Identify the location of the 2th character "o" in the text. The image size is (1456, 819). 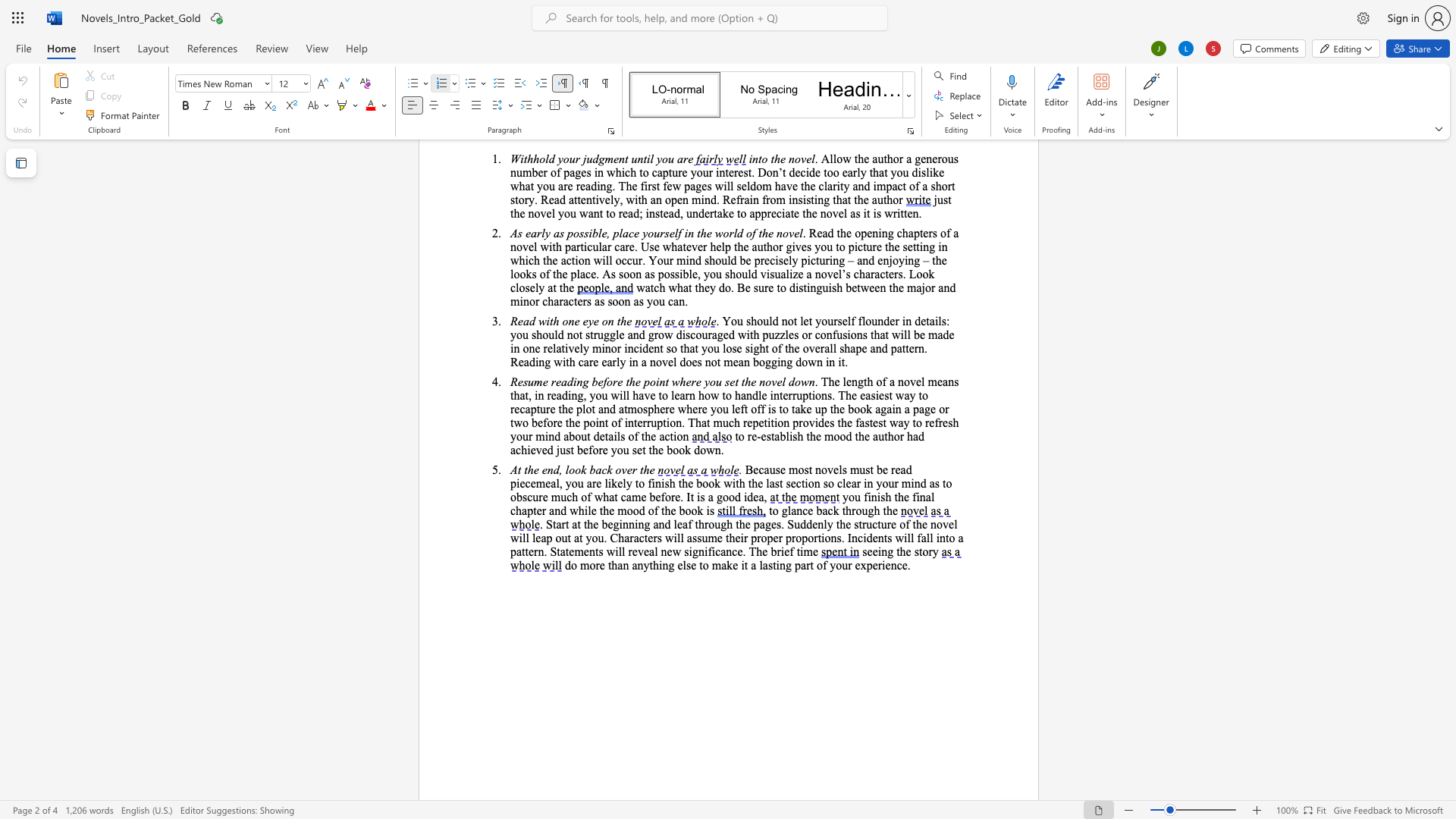
(731, 497).